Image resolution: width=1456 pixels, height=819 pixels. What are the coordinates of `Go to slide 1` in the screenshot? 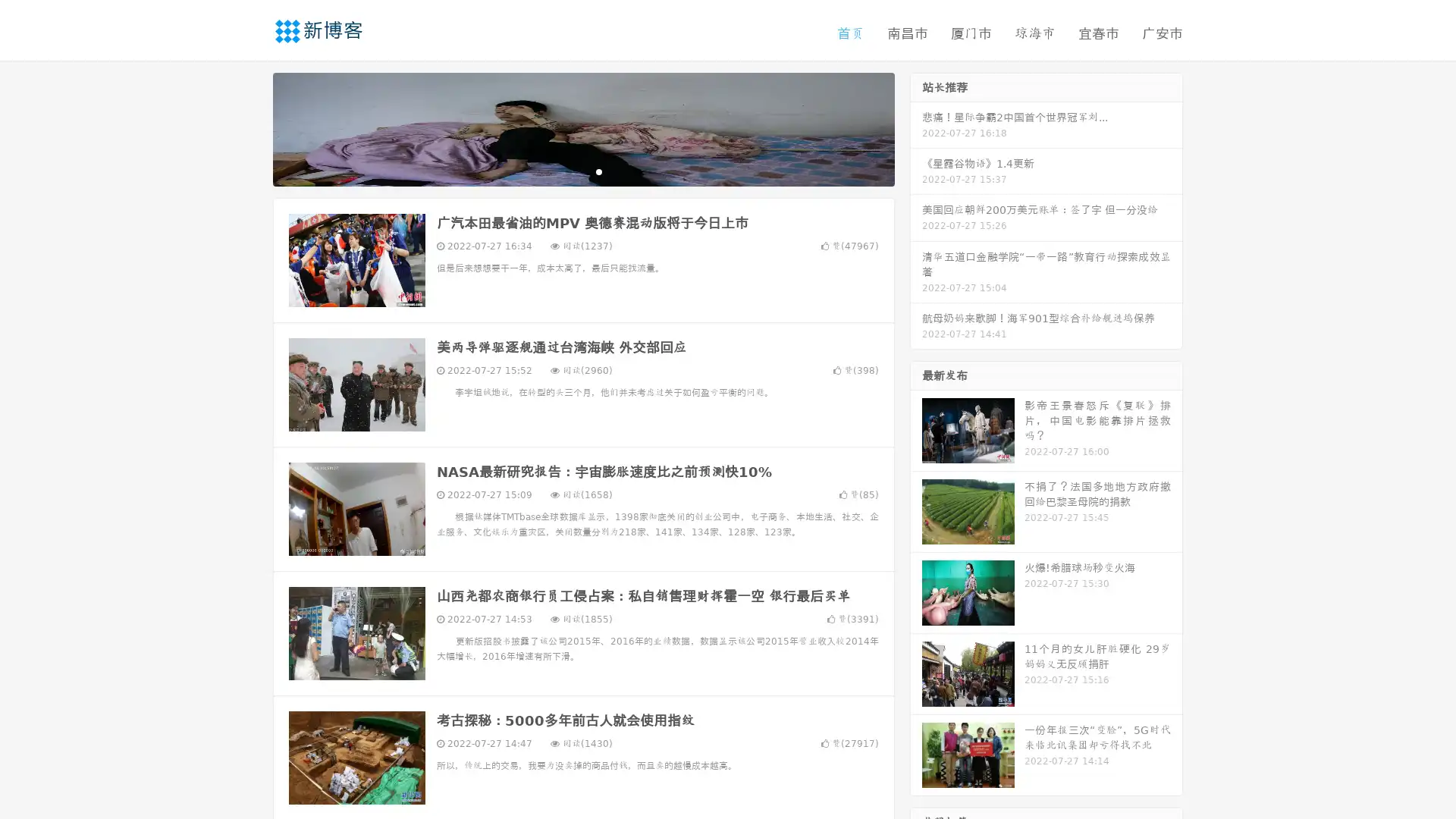 It's located at (567, 171).